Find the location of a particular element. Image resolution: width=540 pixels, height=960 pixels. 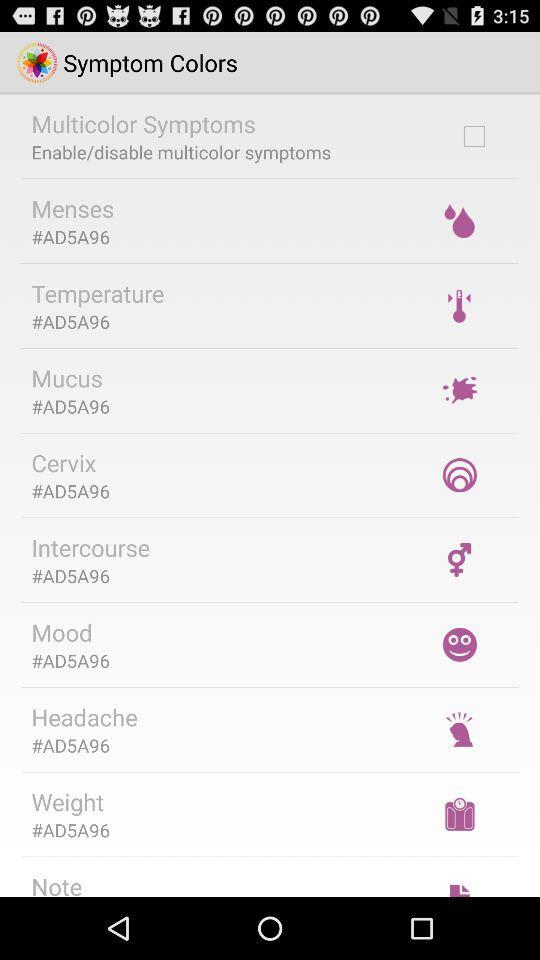

menses icon is located at coordinates (71, 208).